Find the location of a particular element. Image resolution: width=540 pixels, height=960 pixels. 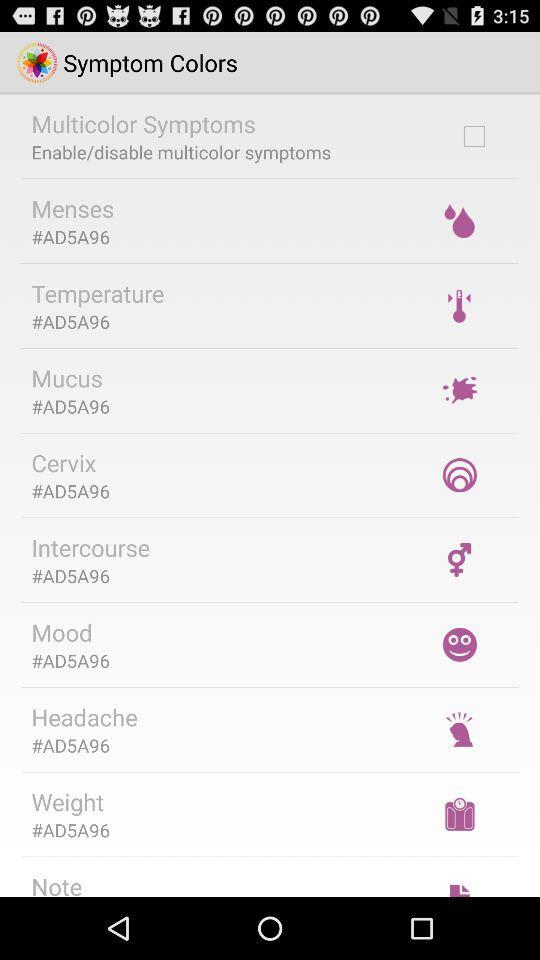

menses icon is located at coordinates (71, 208).